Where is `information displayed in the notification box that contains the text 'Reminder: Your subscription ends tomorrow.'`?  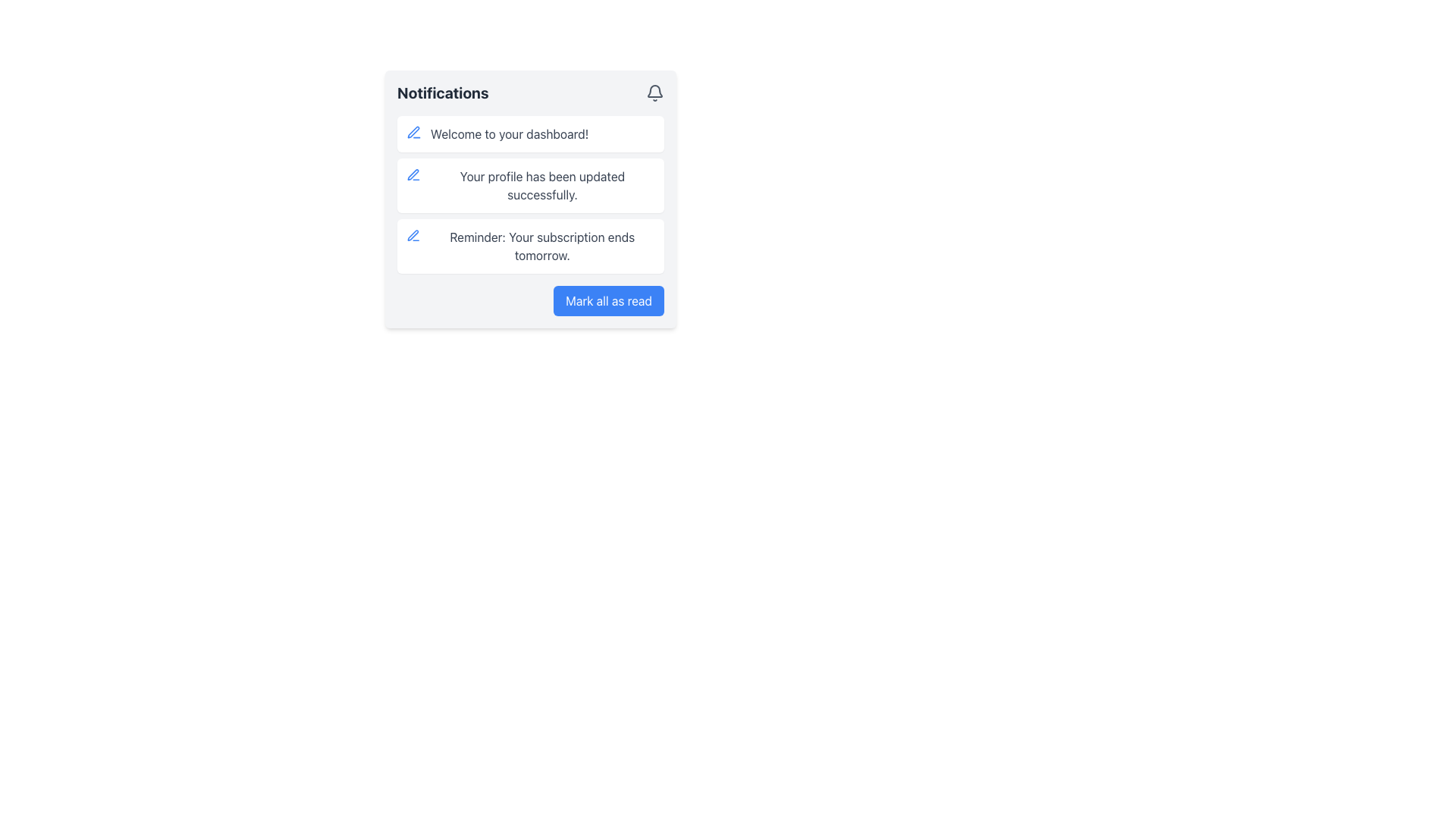 information displayed in the notification box that contains the text 'Reminder: Your subscription ends tomorrow.' is located at coordinates (531, 245).